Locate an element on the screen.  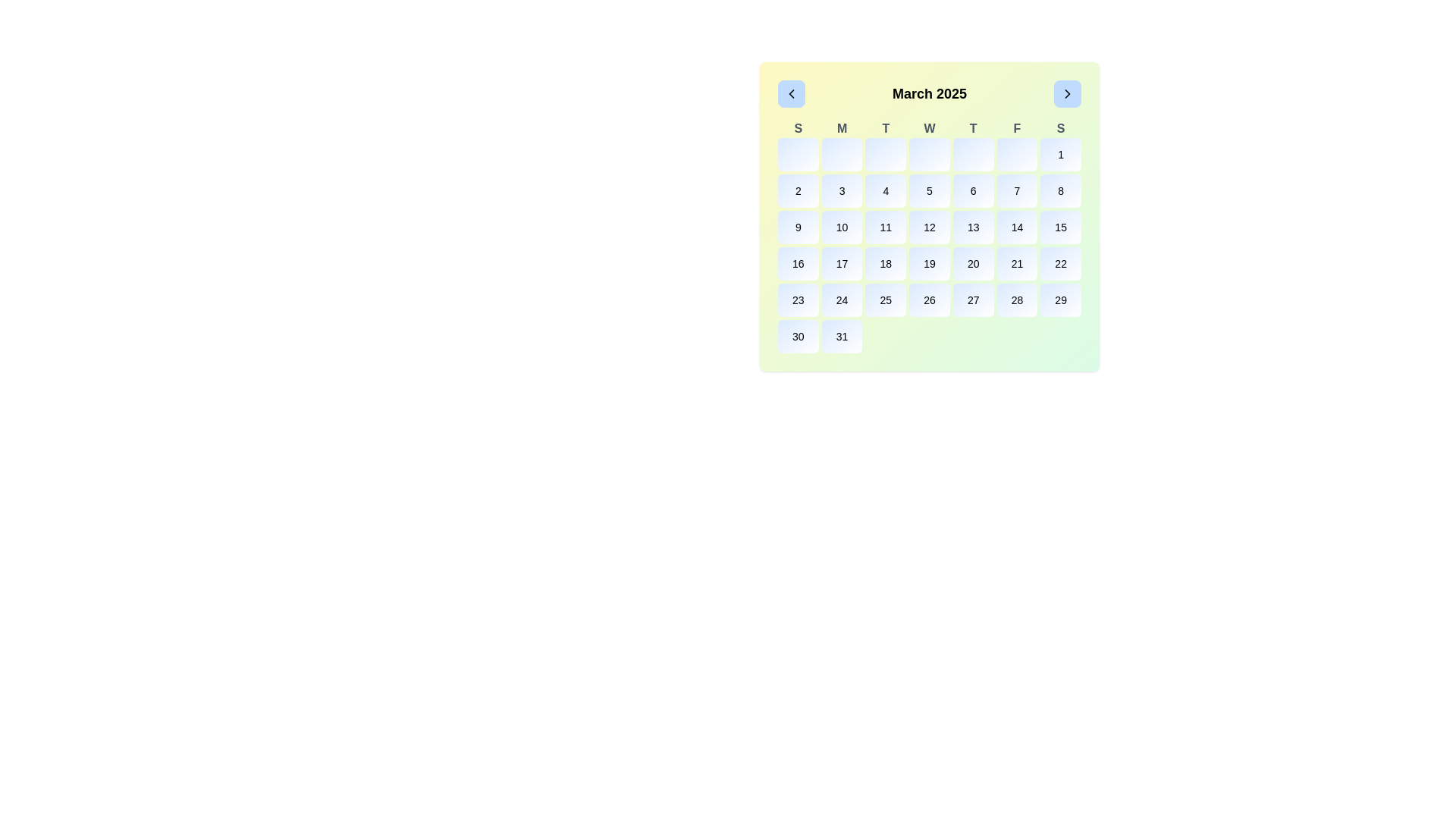
the button representing the 29th day of the calendar month is located at coordinates (1060, 300).